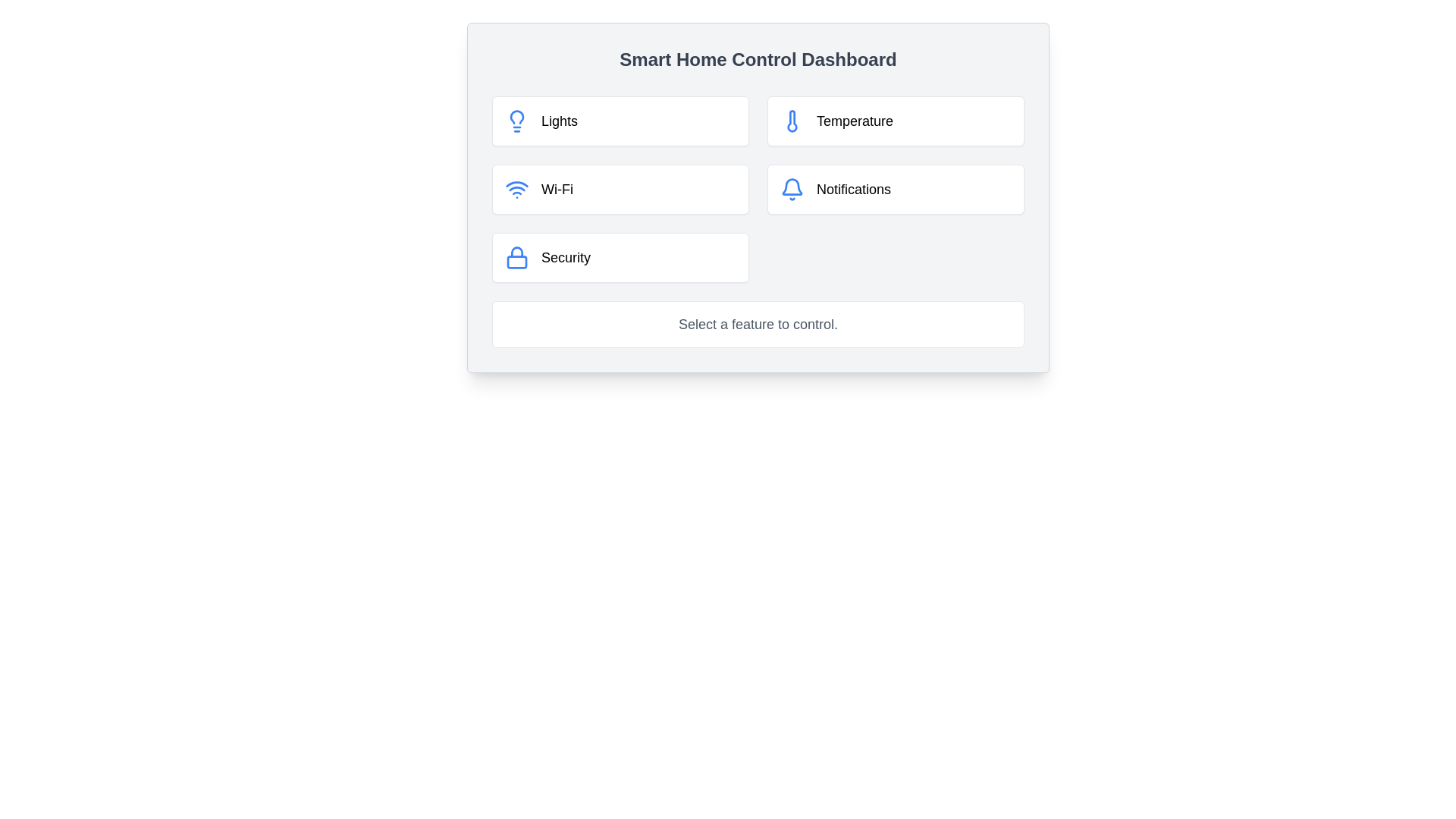 This screenshot has height=819, width=1456. What do you see at coordinates (620, 189) in the screenshot?
I see `the Wi-Fi settings button located in the second row, first column of a 2x3 grid layout, beneath the 'Lights' element and to the left of the 'Notifications' element` at bounding box center [620, 189].